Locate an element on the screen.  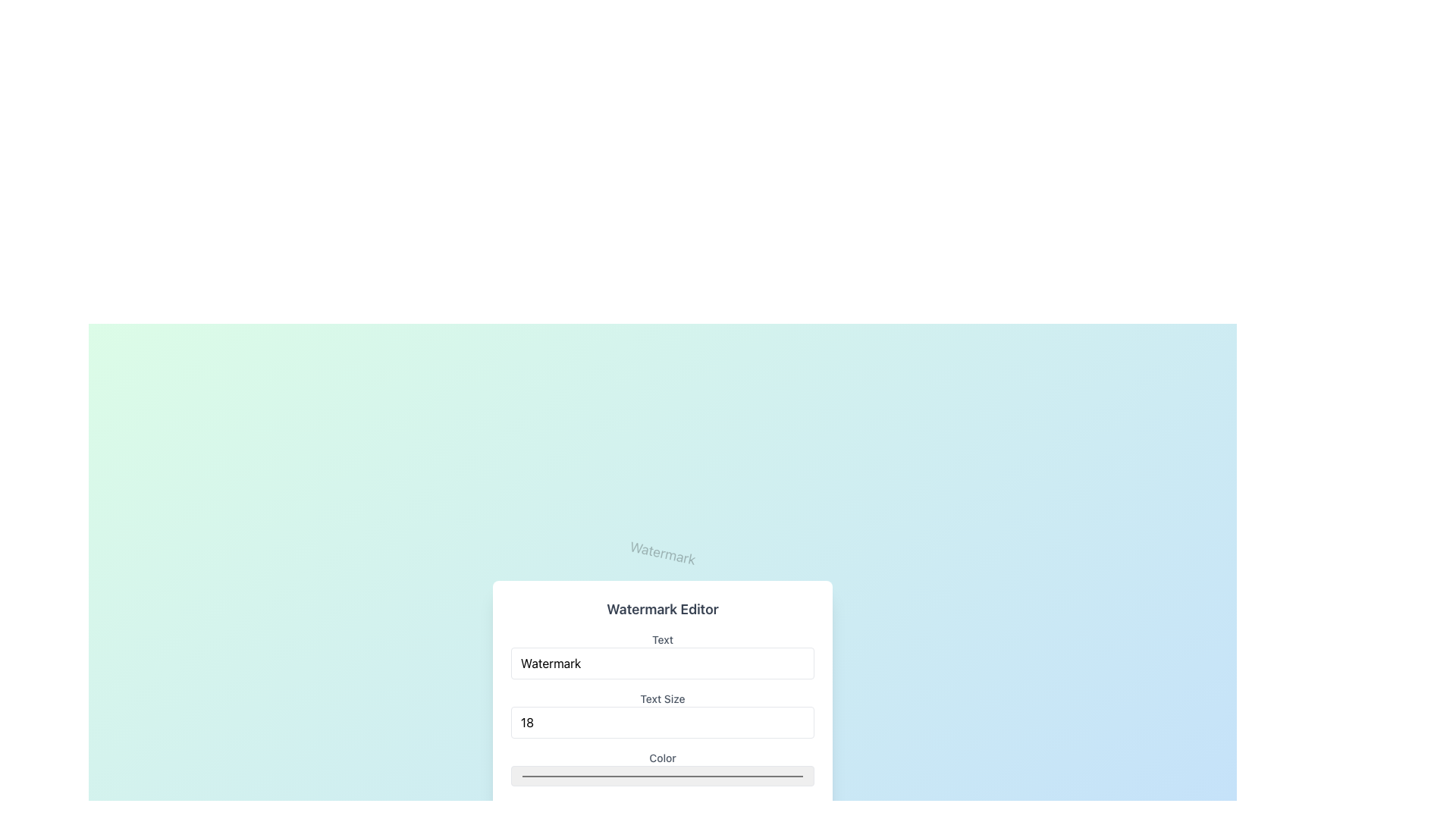
the 'Watermark' text label, which is a single word in medium-sized serif font, black and slightly transparent, angled at 12 degrees, centrally located in the watermark editor interface is located at coordinates (662, 553).